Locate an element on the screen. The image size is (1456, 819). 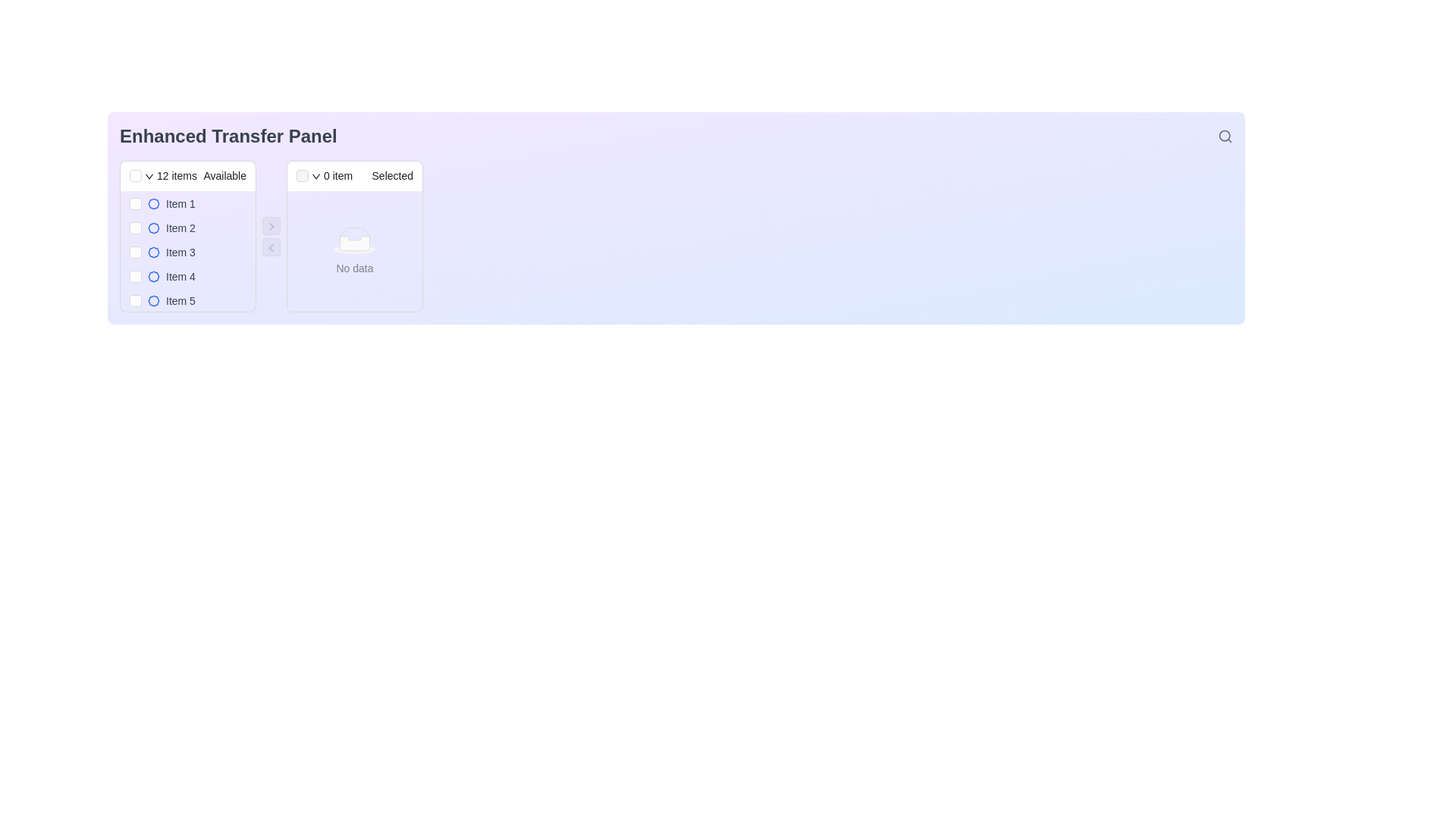
the text label indicating the availability of items, which is located in the header of the left-side panel in the transfer interface, to the right of '12 items' is located at coordinates (222, 174).